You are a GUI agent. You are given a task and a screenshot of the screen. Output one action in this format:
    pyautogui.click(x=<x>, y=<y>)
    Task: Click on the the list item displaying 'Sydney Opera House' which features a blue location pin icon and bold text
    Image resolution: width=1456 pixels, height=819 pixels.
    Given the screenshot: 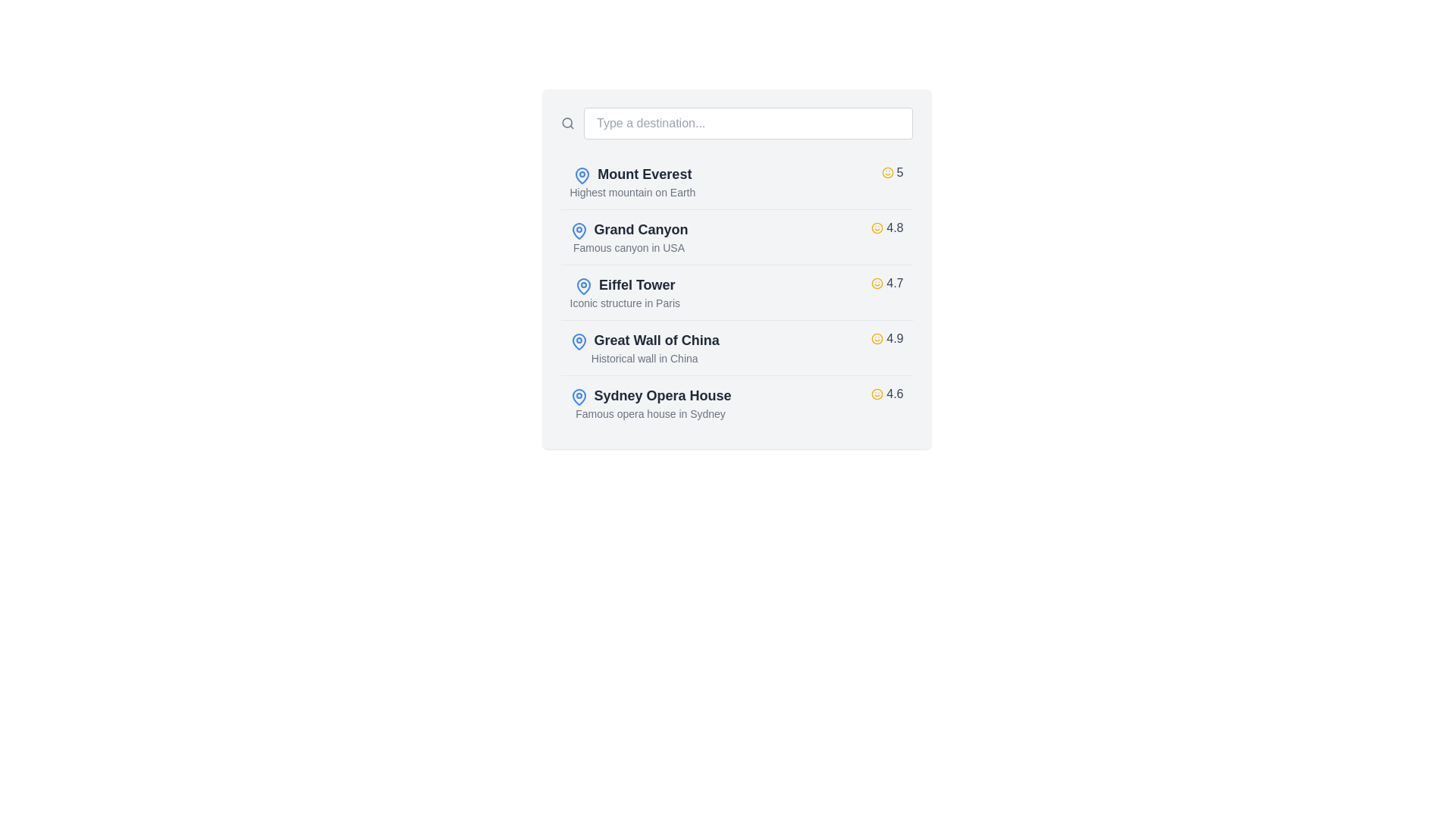 What is the action you would take?
    pyautogui.click(x=651, y=403)
    